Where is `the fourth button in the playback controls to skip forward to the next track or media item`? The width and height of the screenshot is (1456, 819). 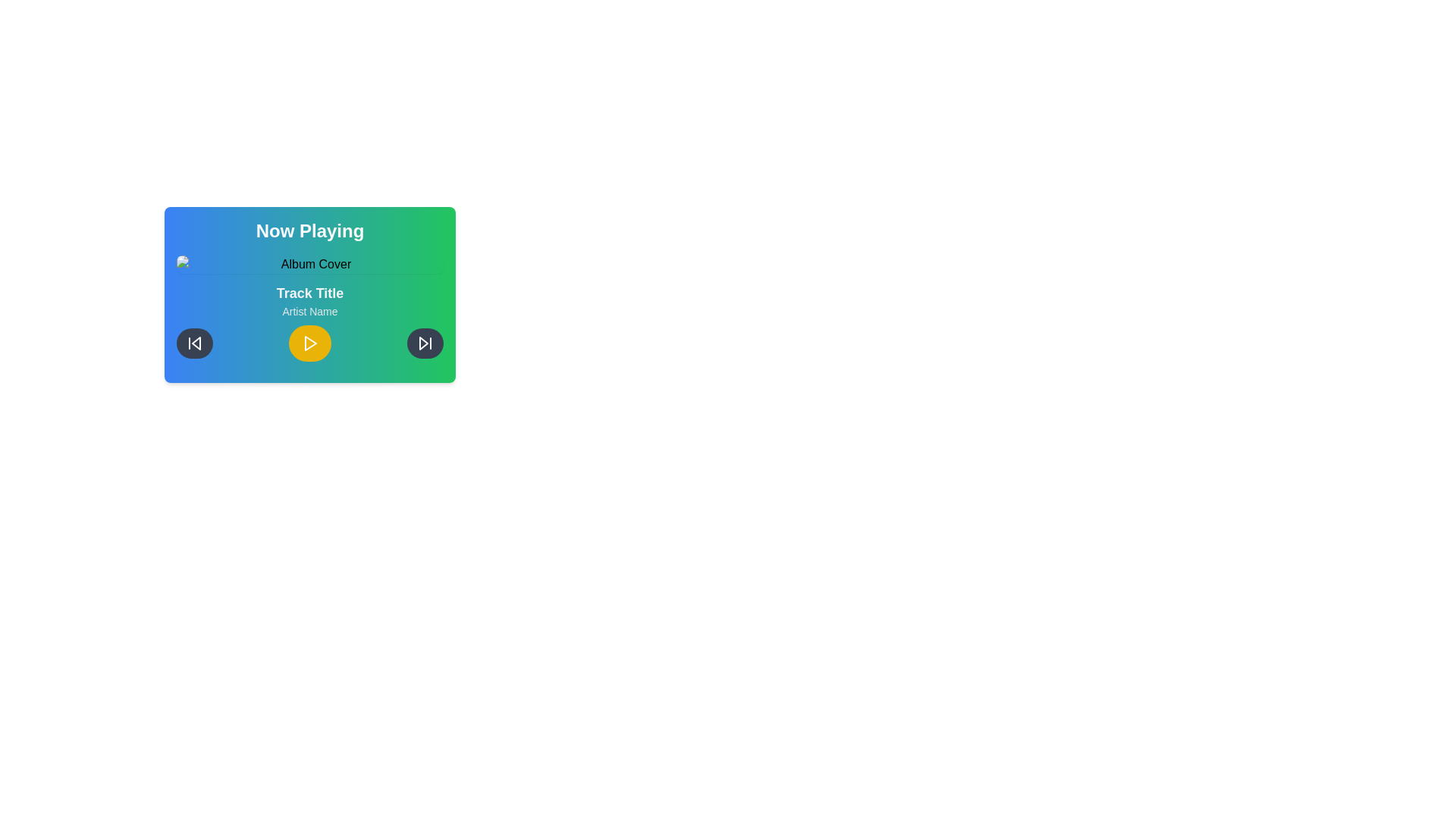 the fourth button in the playback controls to skip forward to the next track or media item is located at coordinates (425, 343).